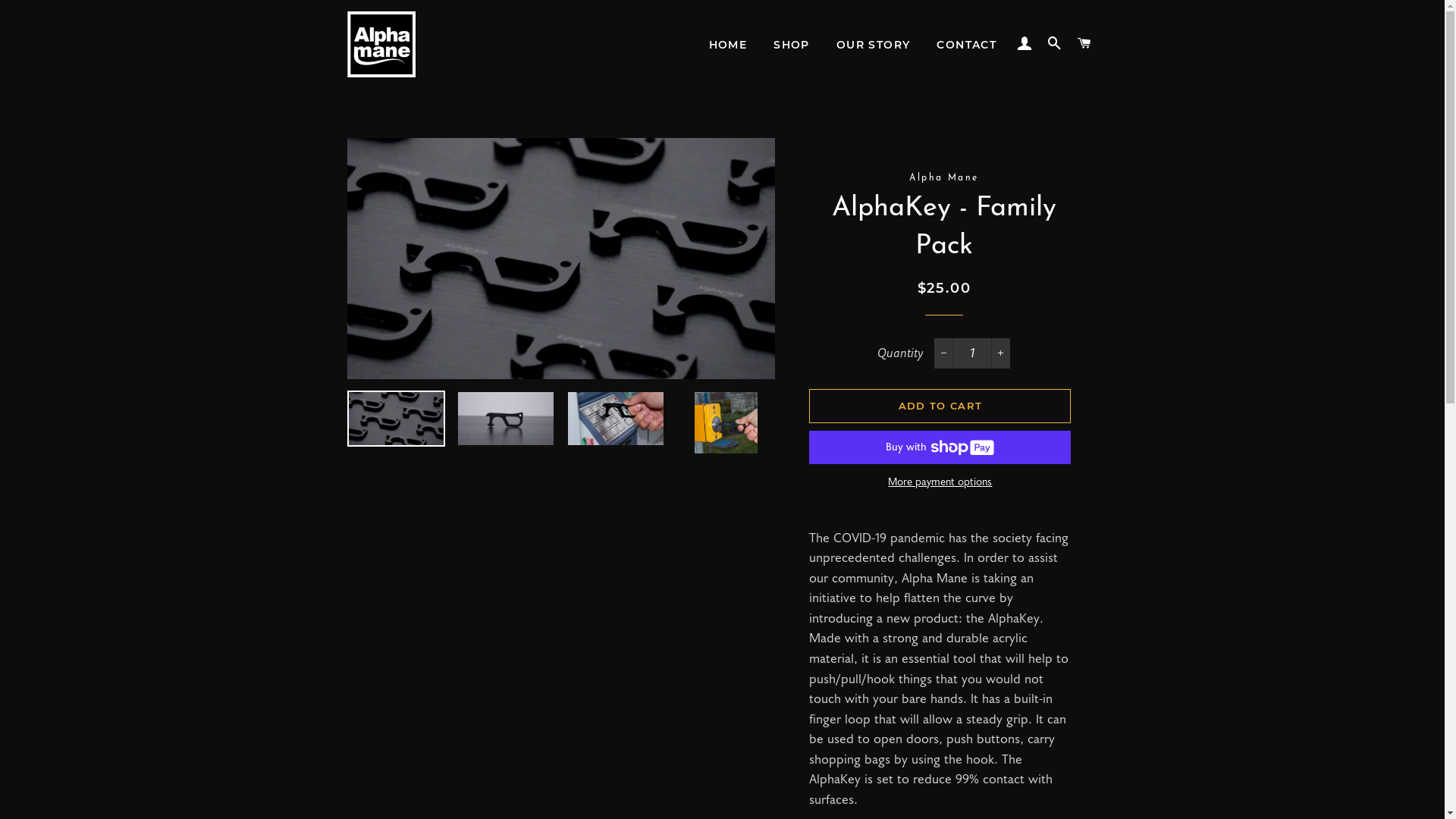 The image size is (1456, 819). Describe the element at coordinates (808, 405) in the screenshot. I see `'ADD TO CART'` at that location.